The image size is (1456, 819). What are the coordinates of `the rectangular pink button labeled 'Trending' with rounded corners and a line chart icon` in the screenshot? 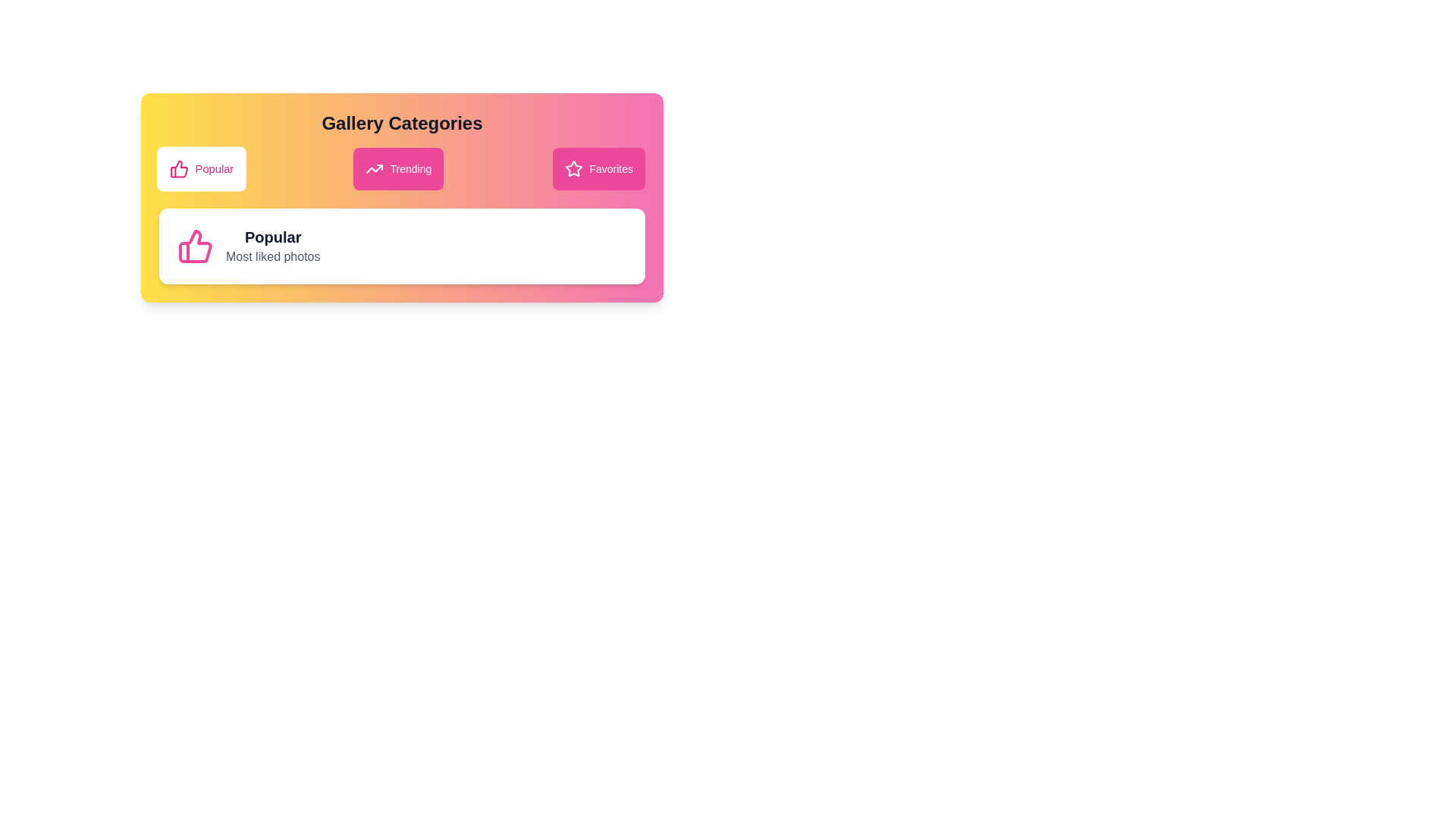 It's located at (398, 169).